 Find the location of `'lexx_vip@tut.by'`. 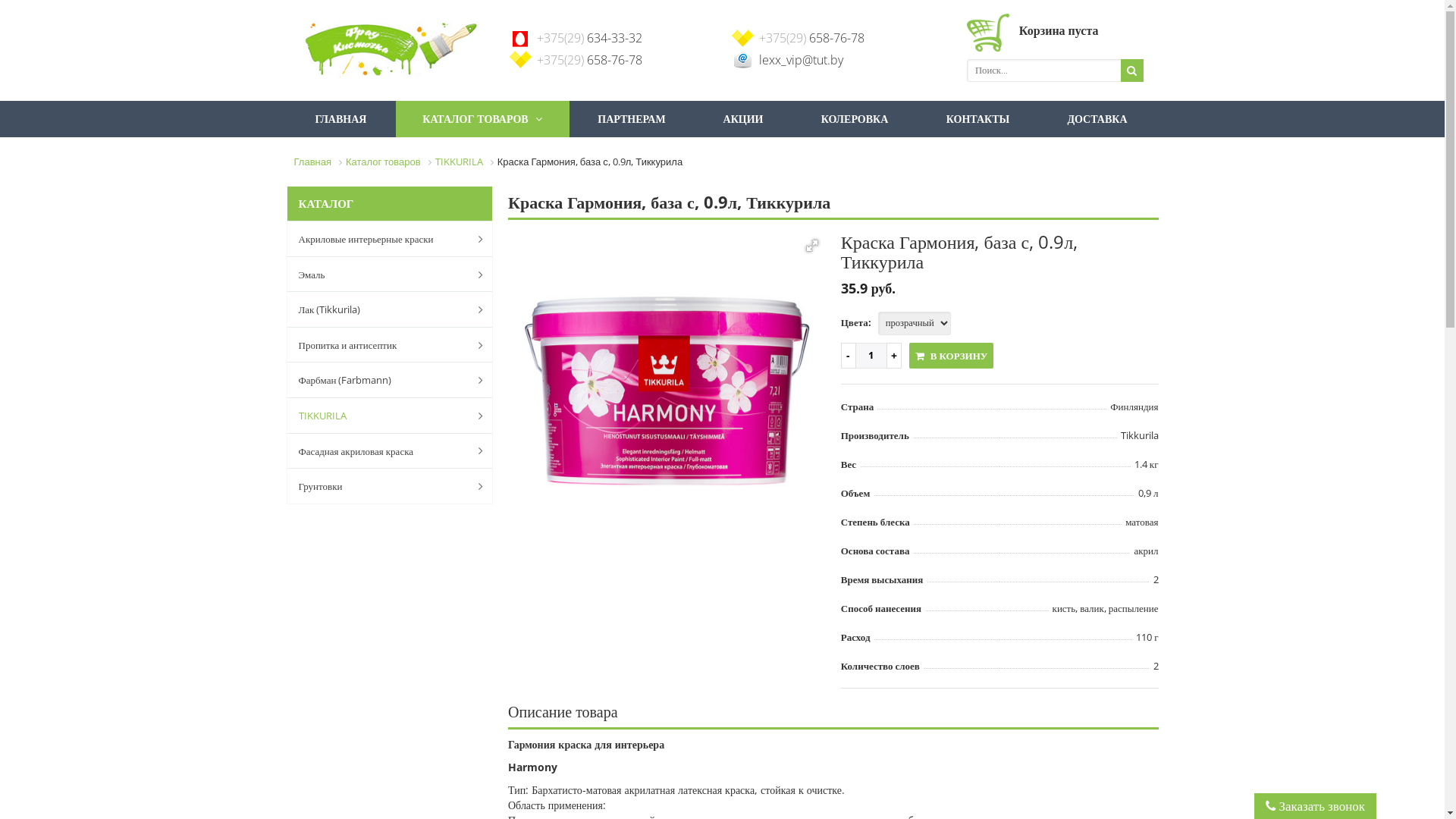

'lexx_vip@tut.by' is located at coordinates (799, 58).